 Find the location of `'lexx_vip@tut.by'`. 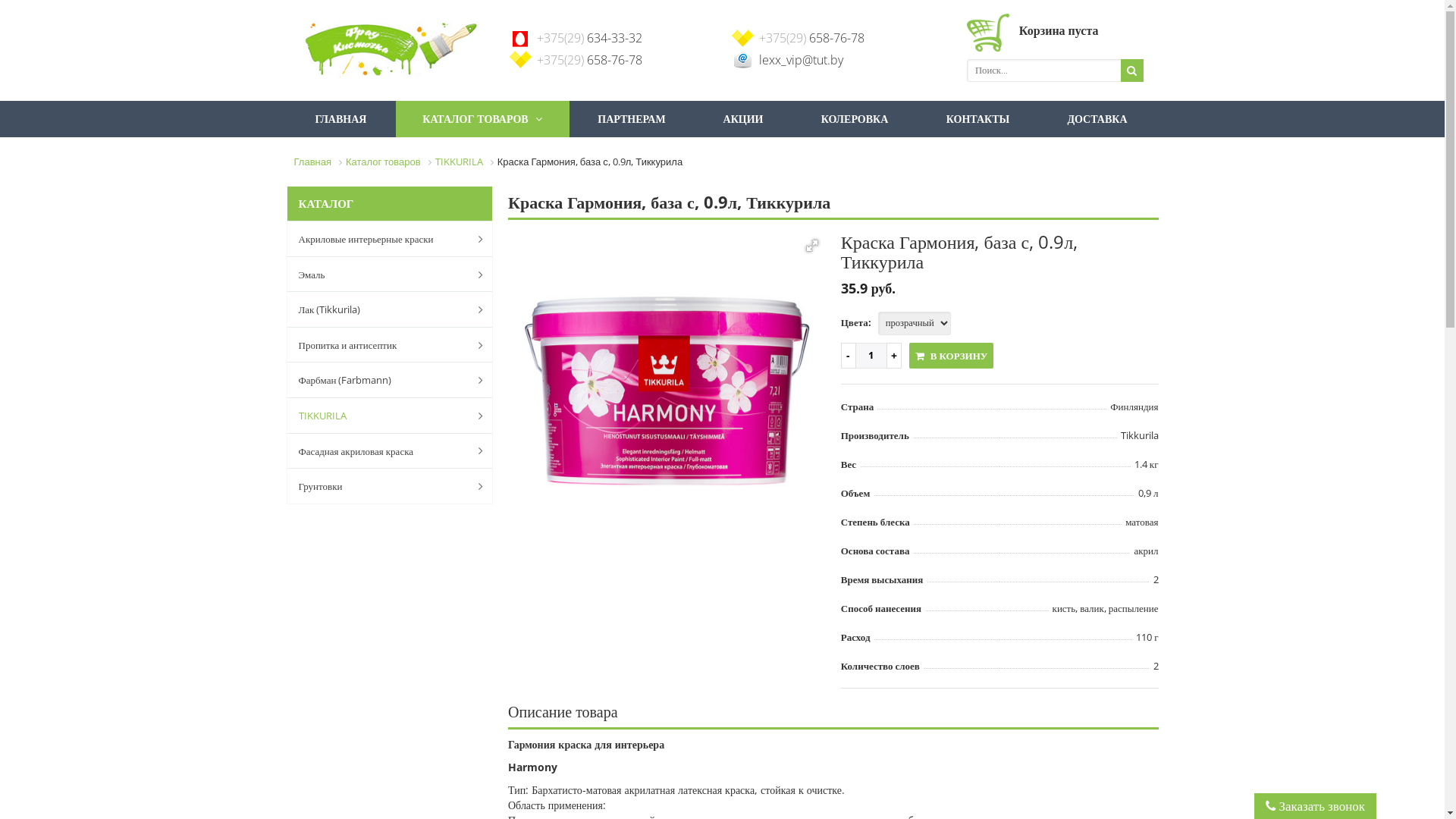

'lexx_vip@tut.by' is located at coordinates (799, 58).